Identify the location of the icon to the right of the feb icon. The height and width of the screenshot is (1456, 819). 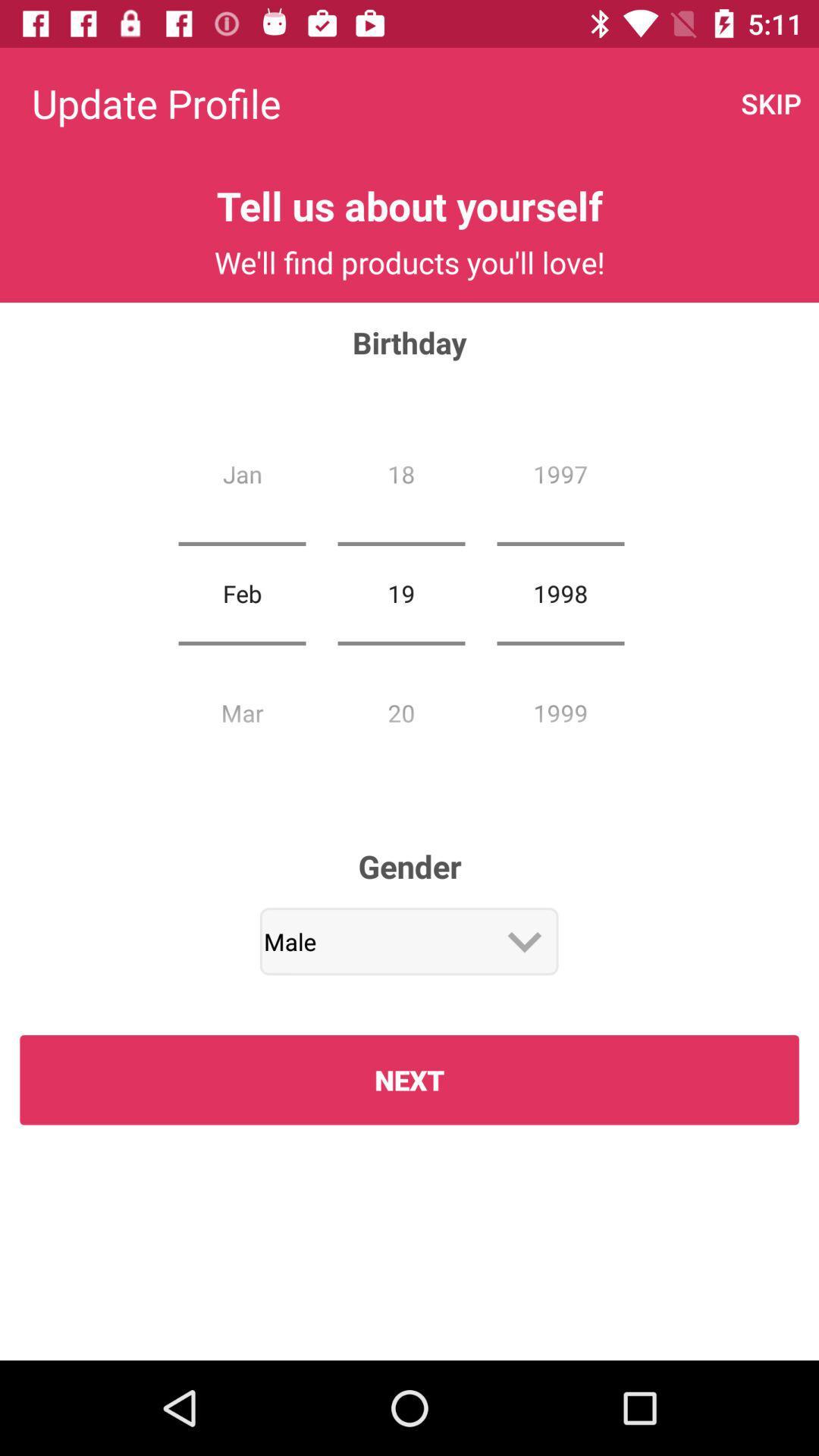
(400, 592).